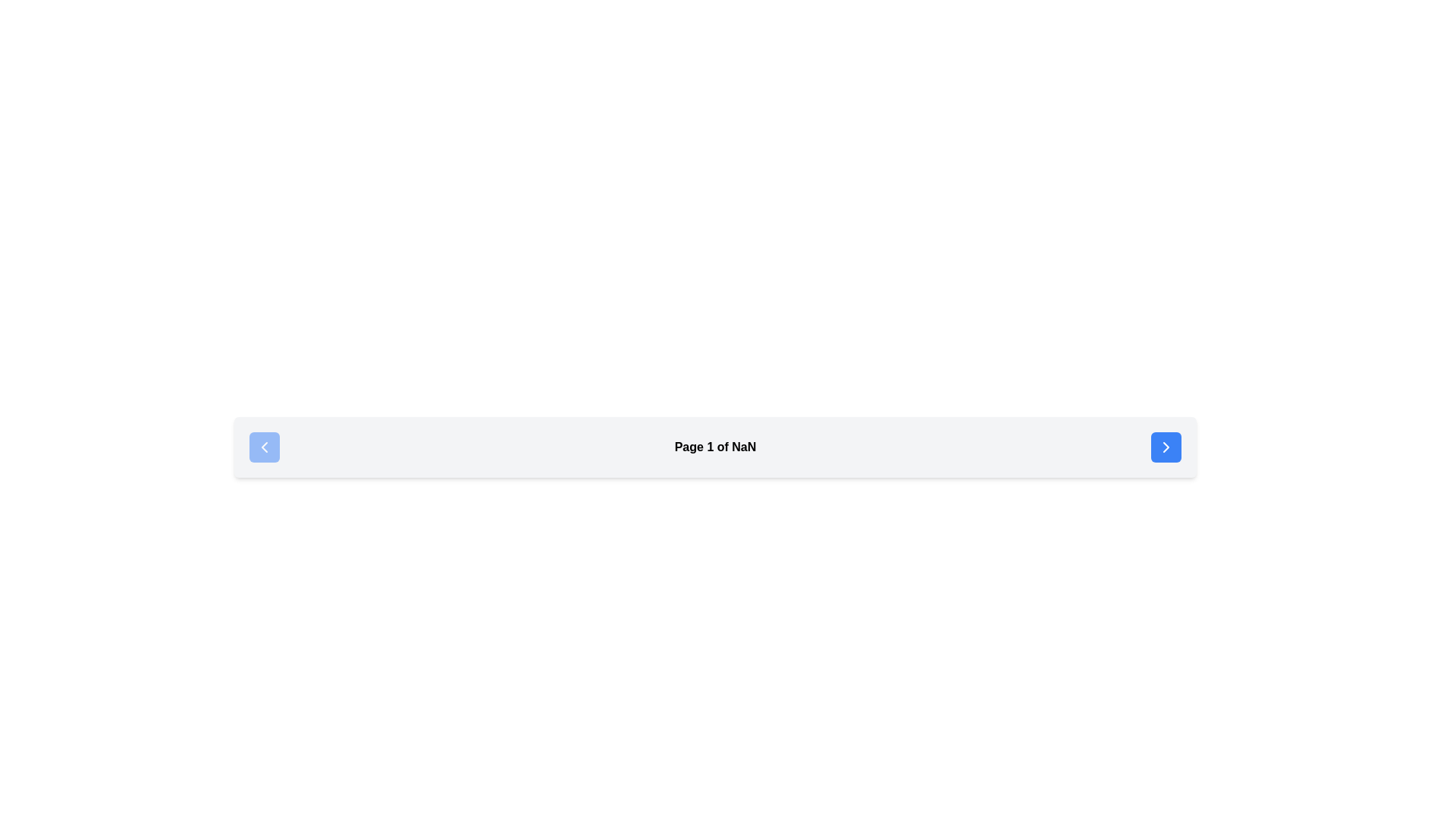 Image resolution: width=1456 pixels, height=819 pixels. I want to click on the right navigation arrow icon located within the blue square button on the far right of the horizontal navigation bar using keyboard navigation, so click(1165, 447).